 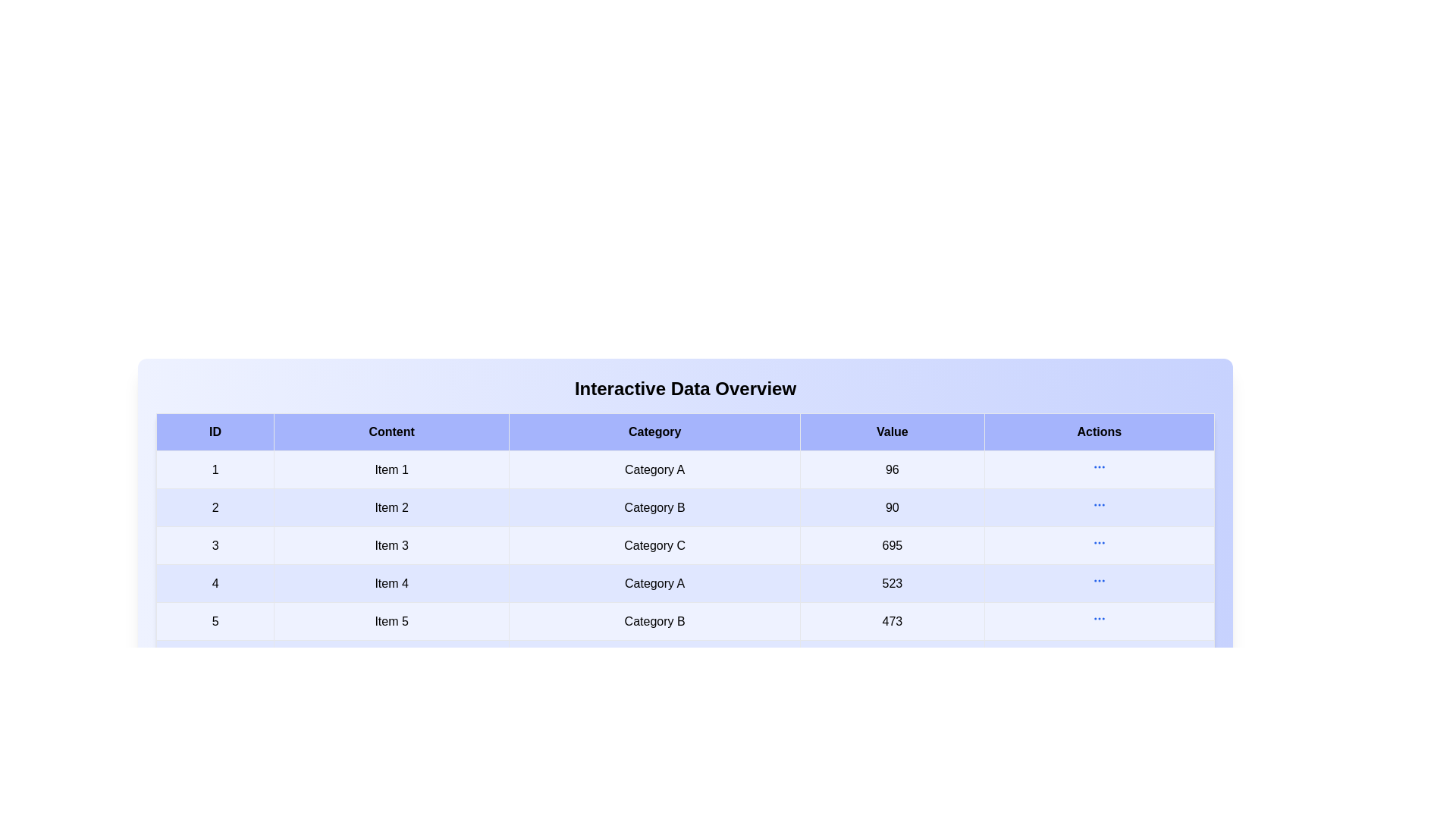 I want to click on action button in row 1 to view additional details, so click(x=1099, y=466).